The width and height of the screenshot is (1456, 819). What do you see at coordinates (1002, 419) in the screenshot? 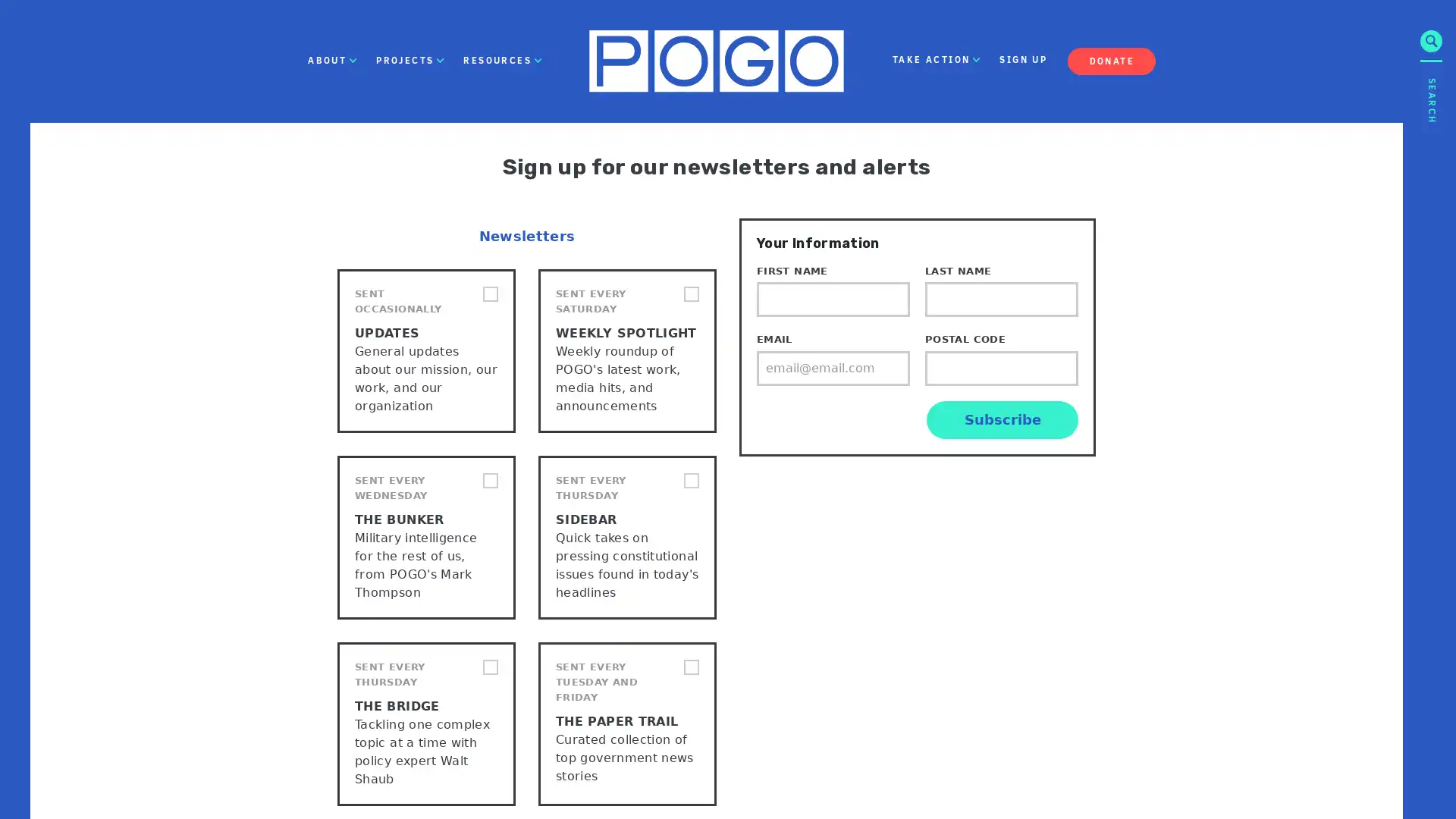
I see `Subscribe` at bounding box center [1002, 419].